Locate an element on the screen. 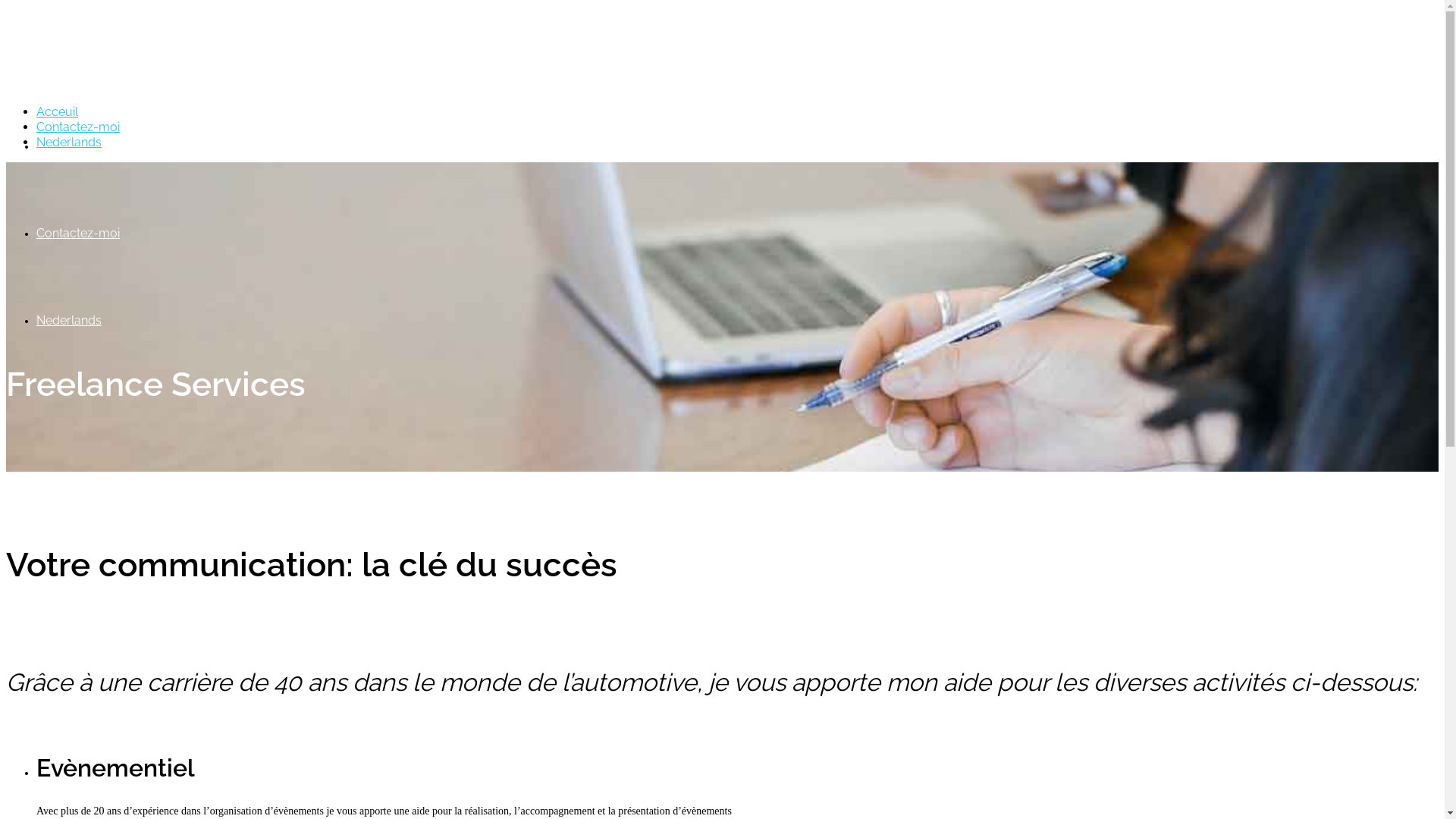 This screenshot has height=819, width=1456. 'Nederlands' is located at coordinates (68, 142).